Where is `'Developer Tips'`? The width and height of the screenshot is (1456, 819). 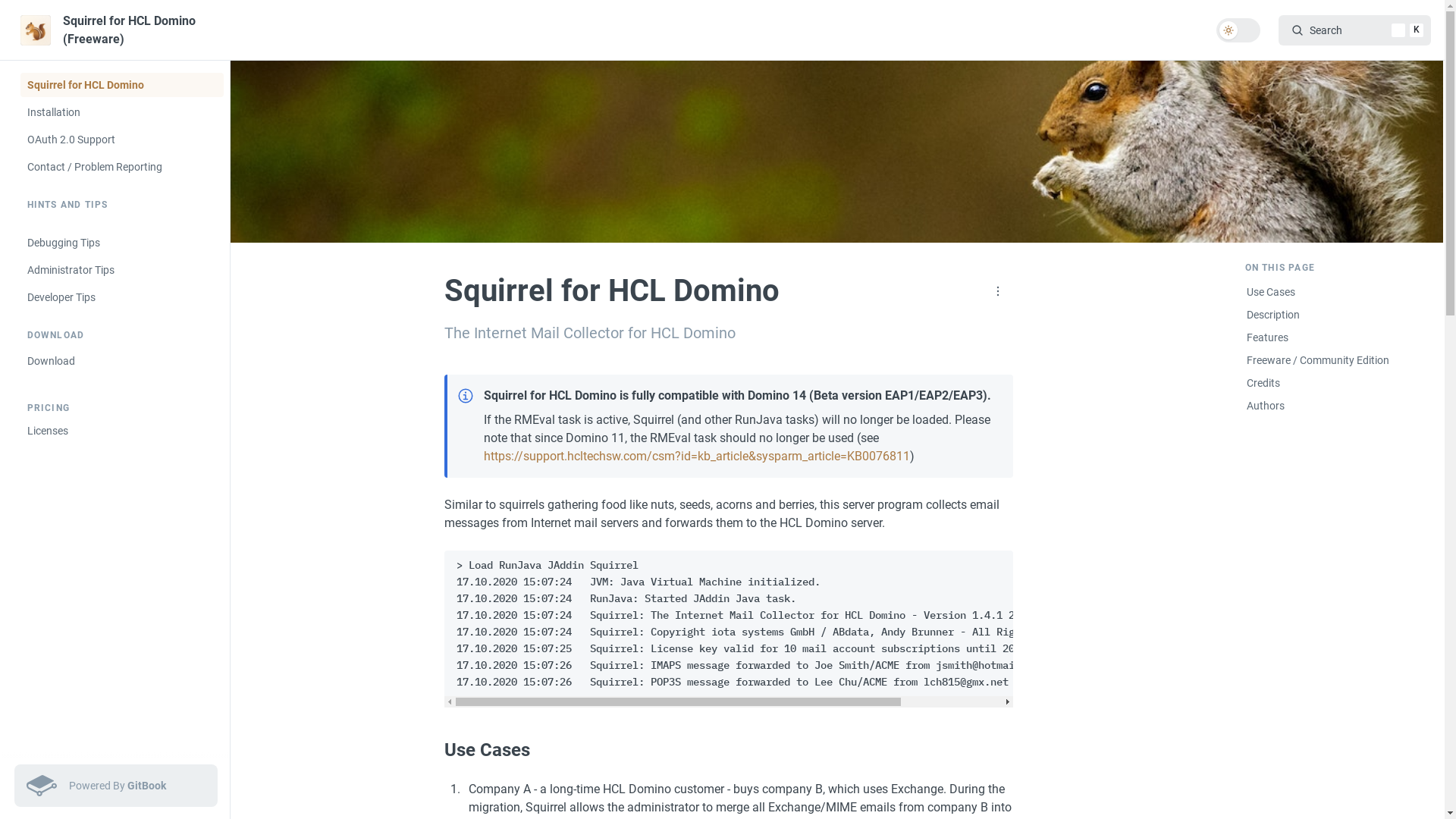
'Developer Tips' is located at coordinates (120, 297).